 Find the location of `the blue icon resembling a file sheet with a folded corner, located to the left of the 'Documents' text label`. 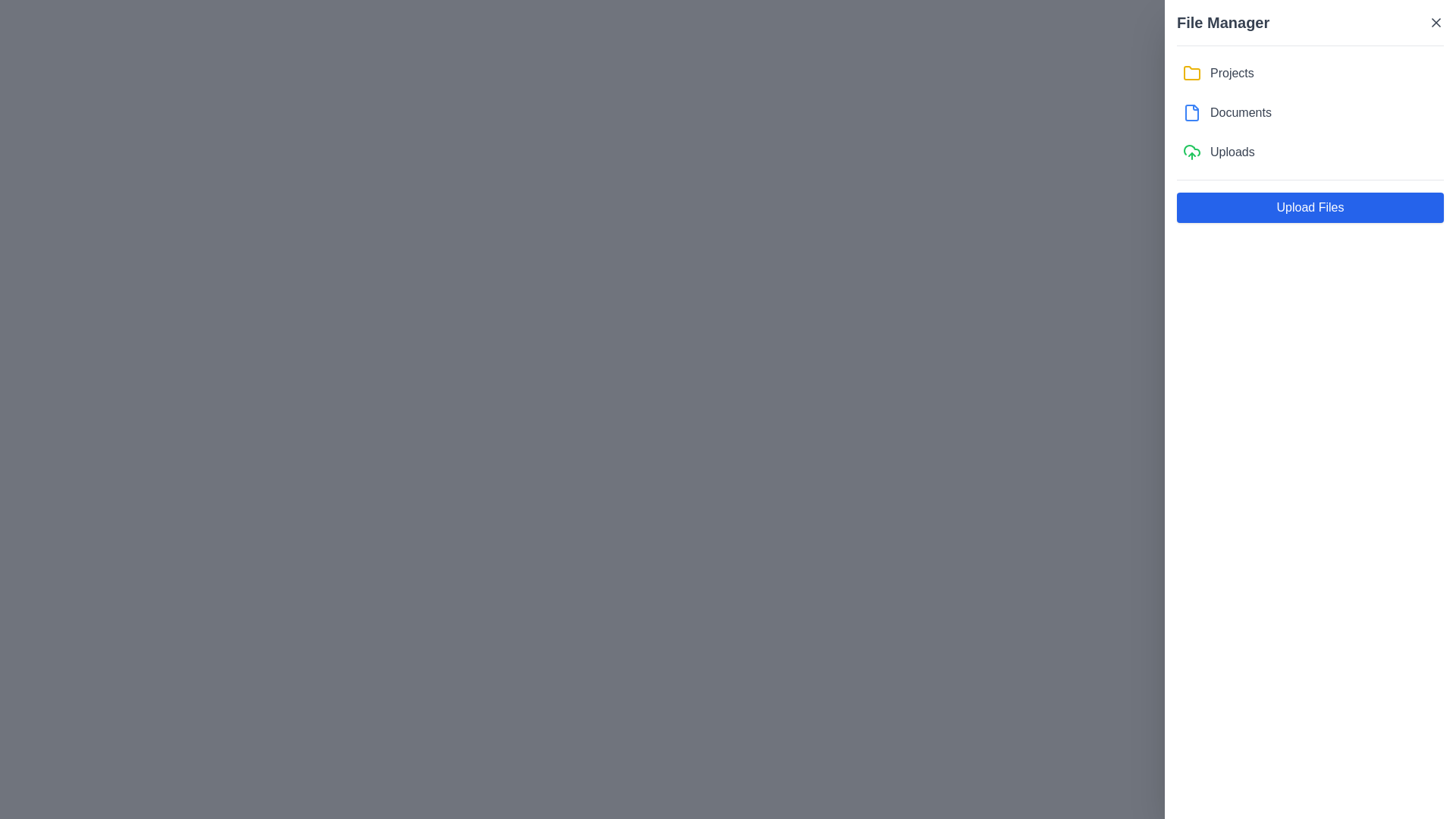

the blue icon resembling a file sheet with a folded corner, located to the left of the 'Documents' text label is located at coordinates (1191, 112).